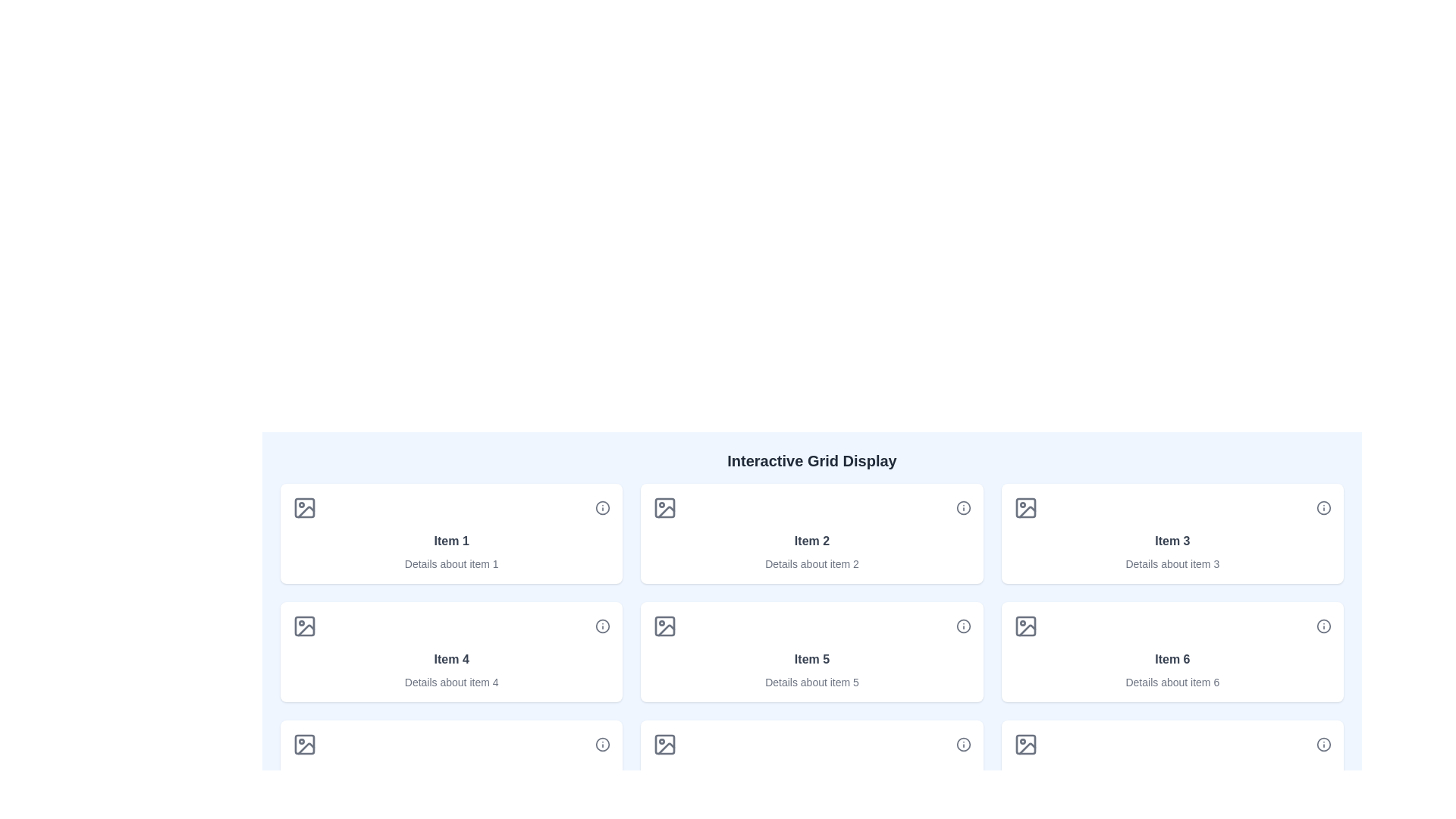 This screenshot has height=819, width=1456. Describe the element at coordinates (811, 659) in the screenshot. I see `the text label 'Item 5', which is bold and medium-gray, located in the second row of a grid layout, above the descriptive text 'Details about item 5'` at that location.